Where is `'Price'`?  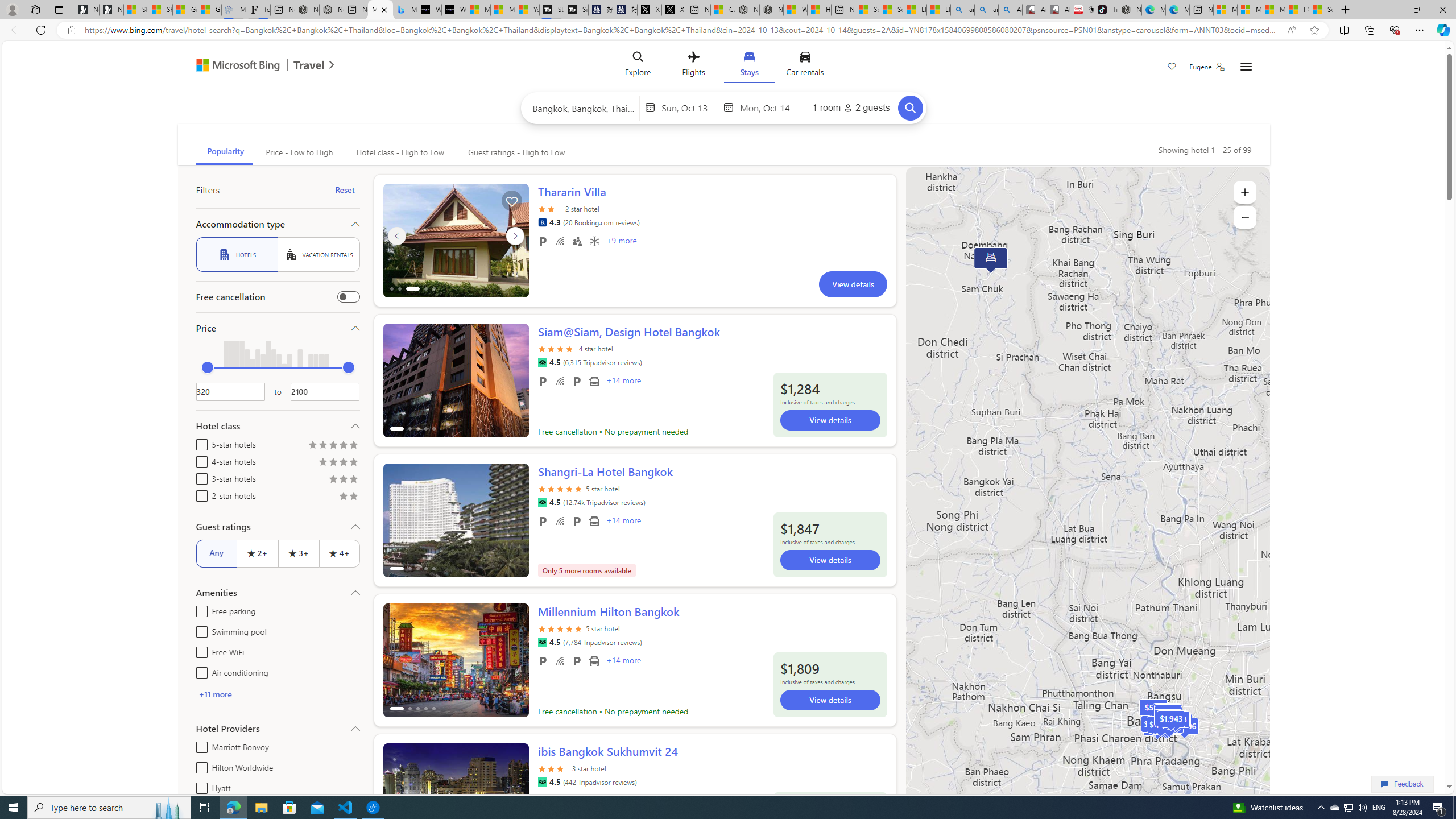 'Price' is located at coordinates (276, 327).